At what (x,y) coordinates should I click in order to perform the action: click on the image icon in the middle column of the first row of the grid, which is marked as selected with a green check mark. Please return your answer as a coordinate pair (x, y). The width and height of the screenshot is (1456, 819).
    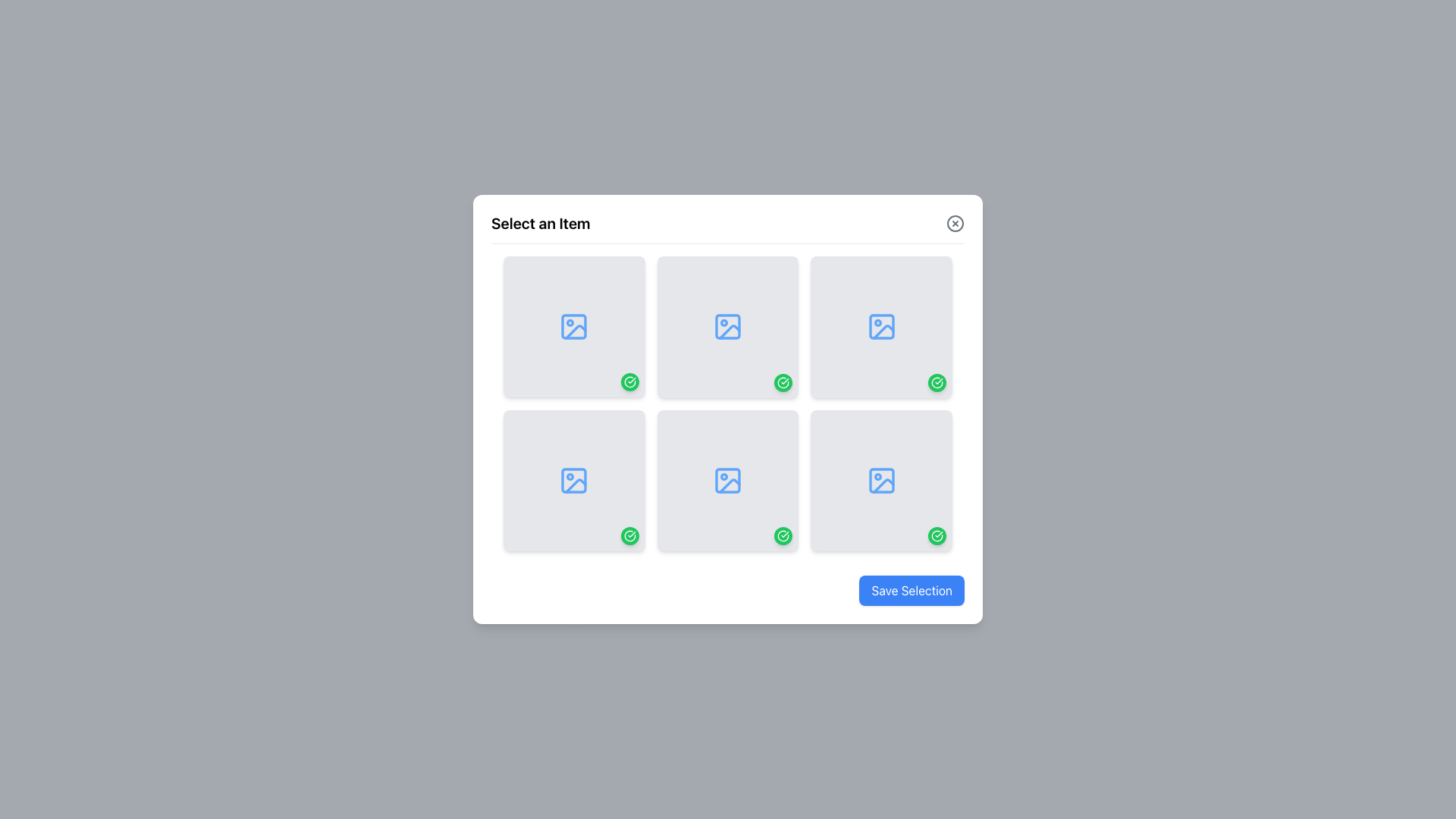
    Looking at the image, I should click on (728, 326).